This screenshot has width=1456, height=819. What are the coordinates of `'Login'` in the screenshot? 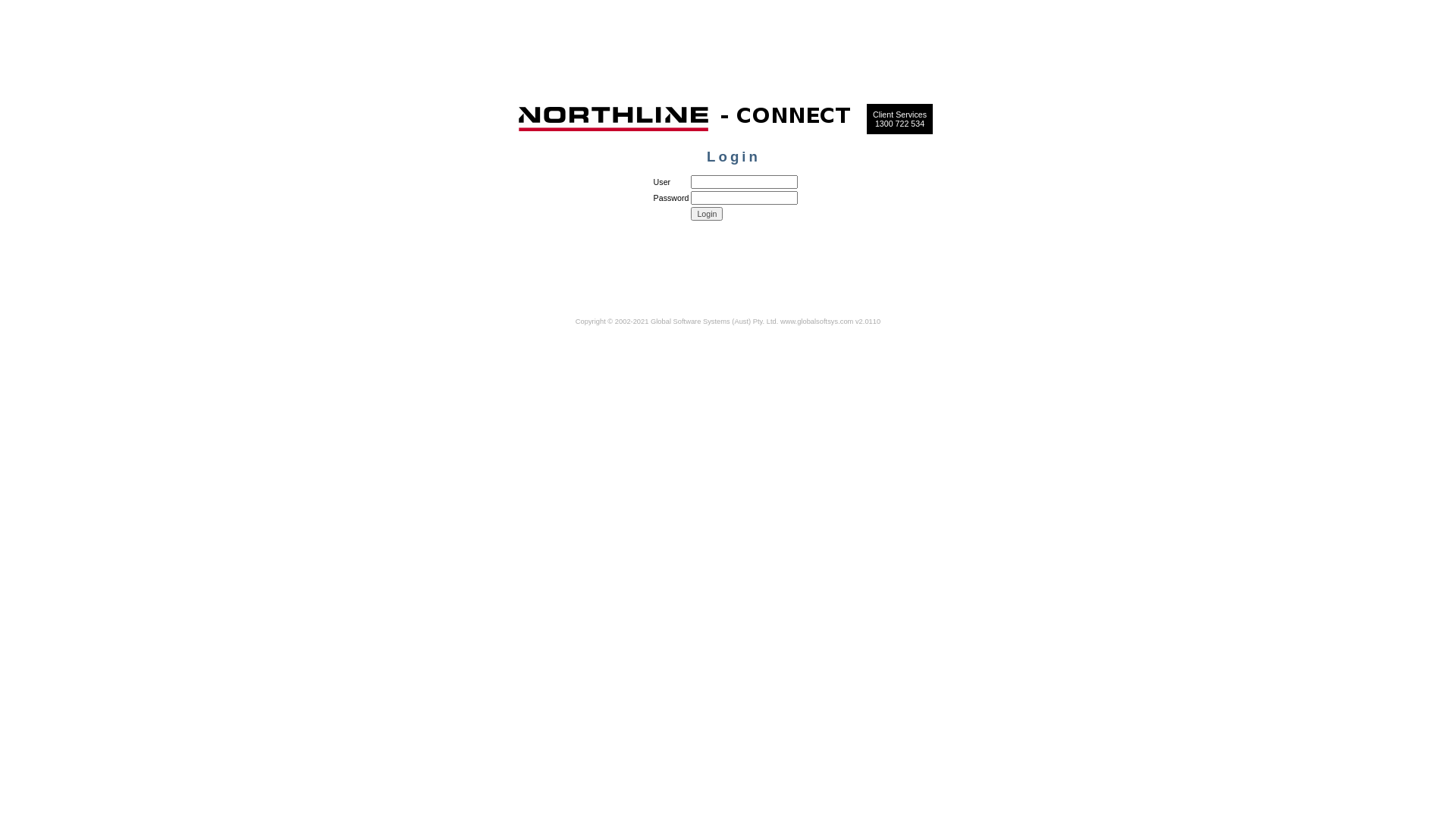 It's located at (705, 213).